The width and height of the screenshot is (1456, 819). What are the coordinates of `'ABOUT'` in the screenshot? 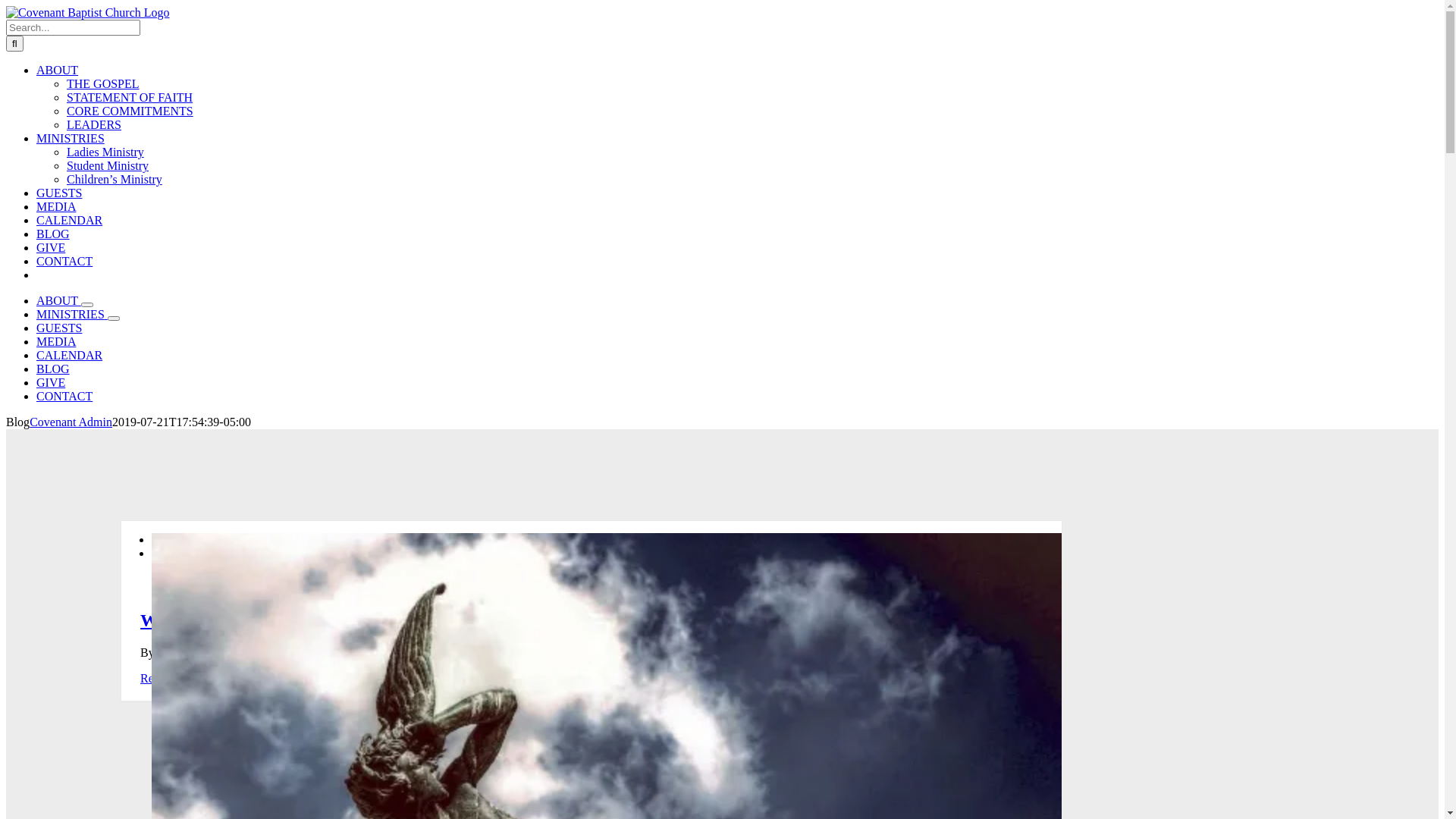 It's located at (58, 300).